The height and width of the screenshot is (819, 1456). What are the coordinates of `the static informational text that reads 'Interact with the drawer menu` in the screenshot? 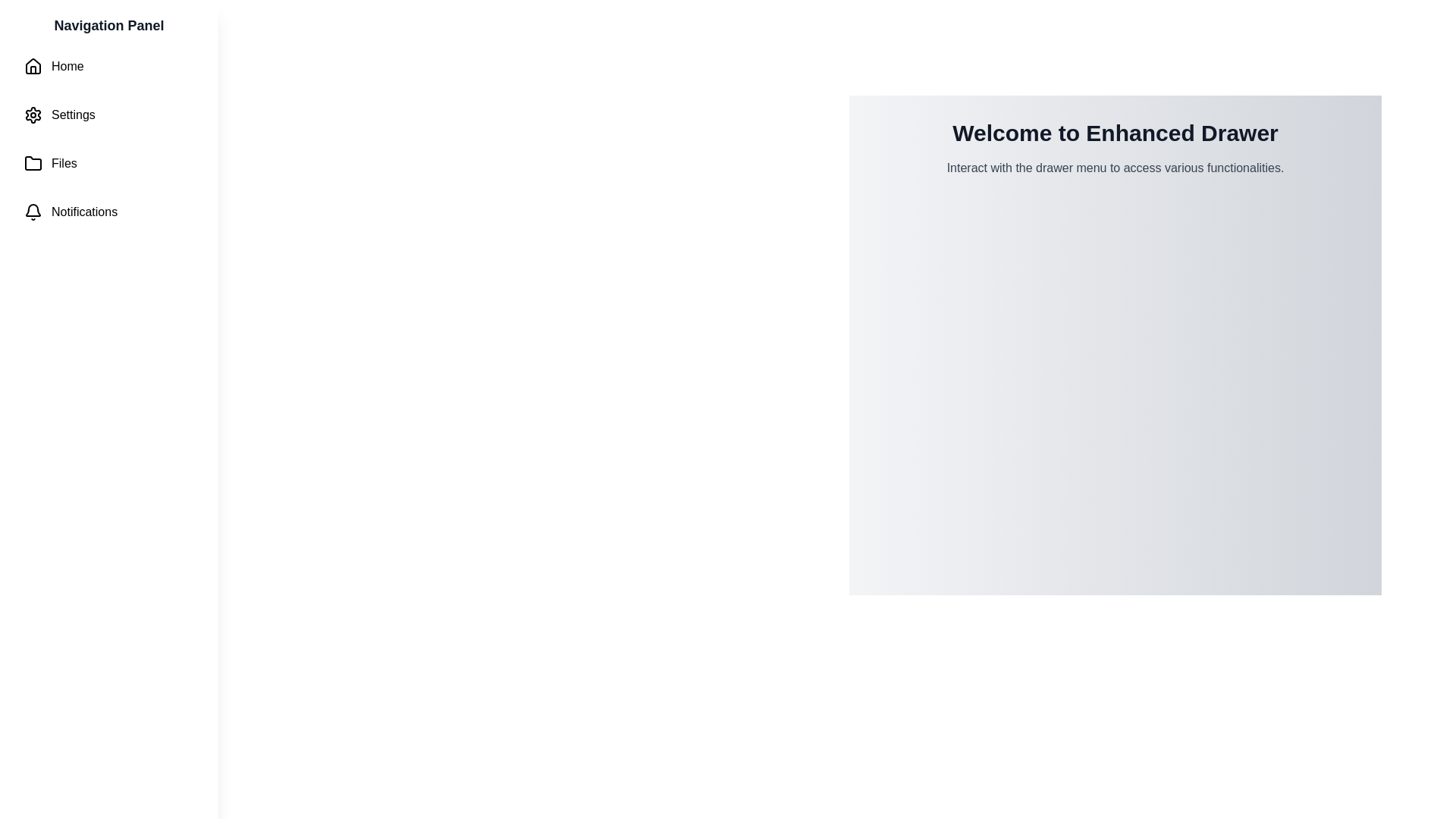 It's located at (1115, 168).